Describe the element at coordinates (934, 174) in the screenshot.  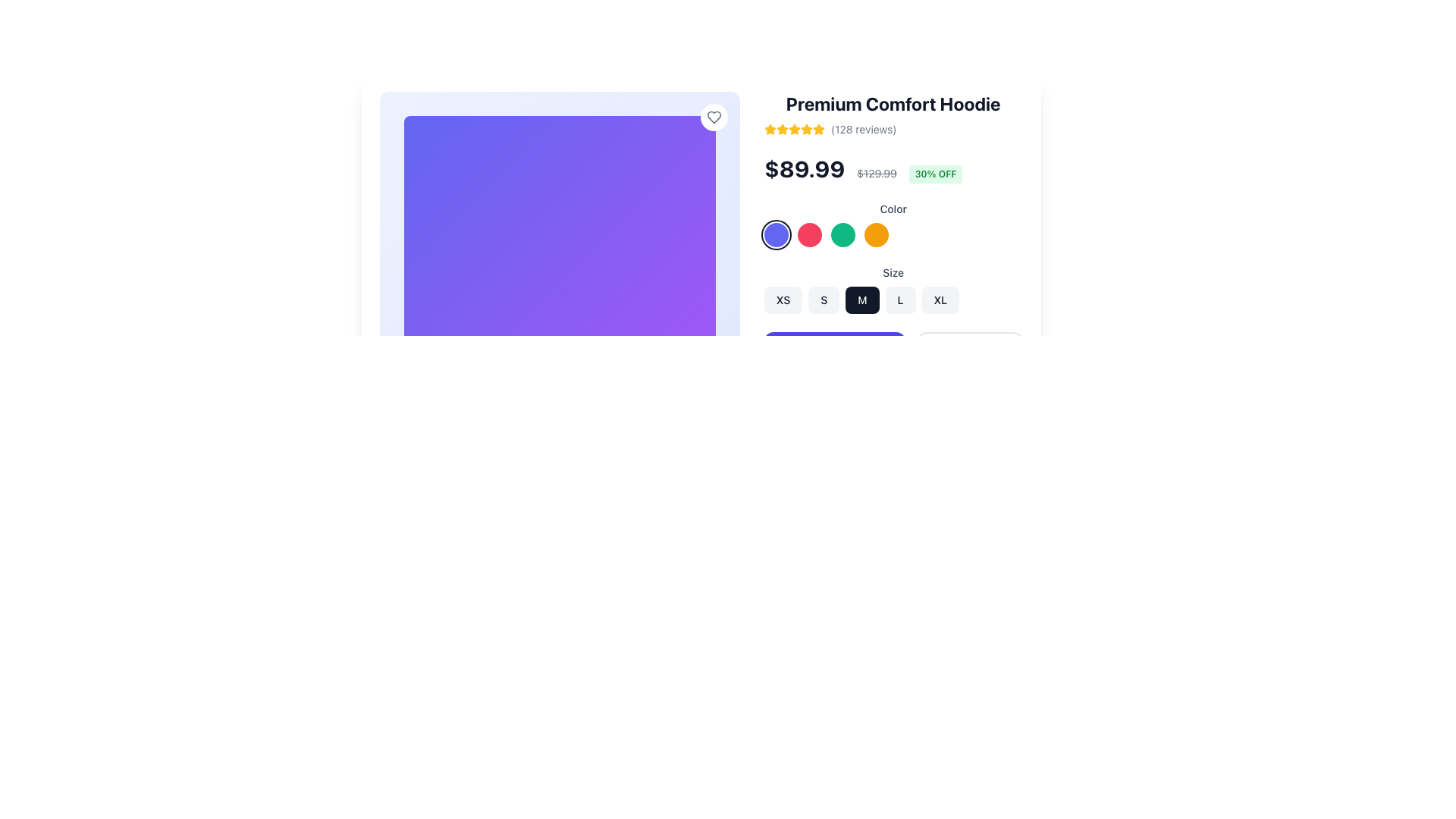
I see `the discount label indicating a 30% discount on the current product to visualize the discount amount` at that location.